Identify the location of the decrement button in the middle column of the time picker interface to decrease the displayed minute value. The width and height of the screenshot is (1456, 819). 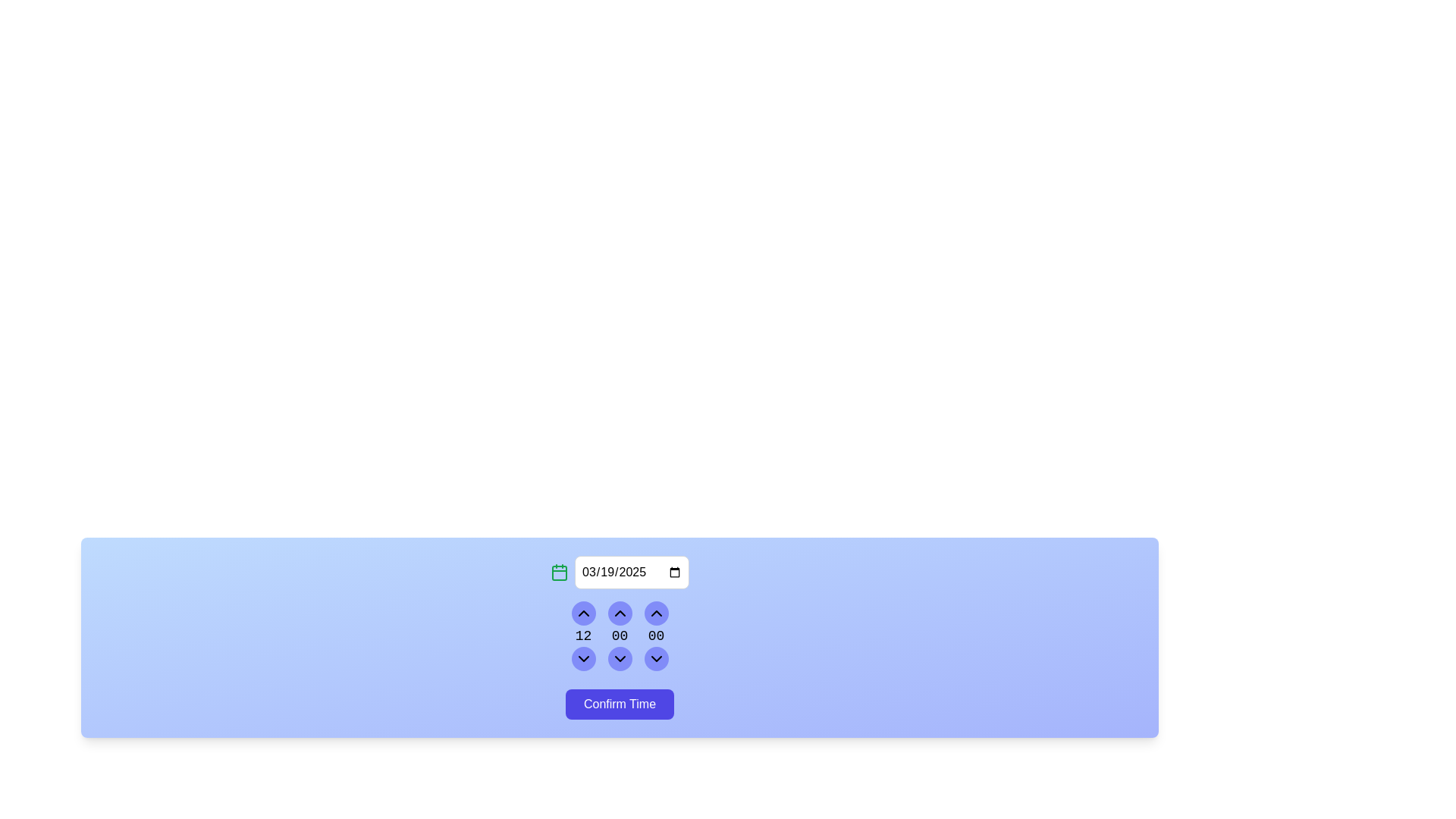
(620, 636).